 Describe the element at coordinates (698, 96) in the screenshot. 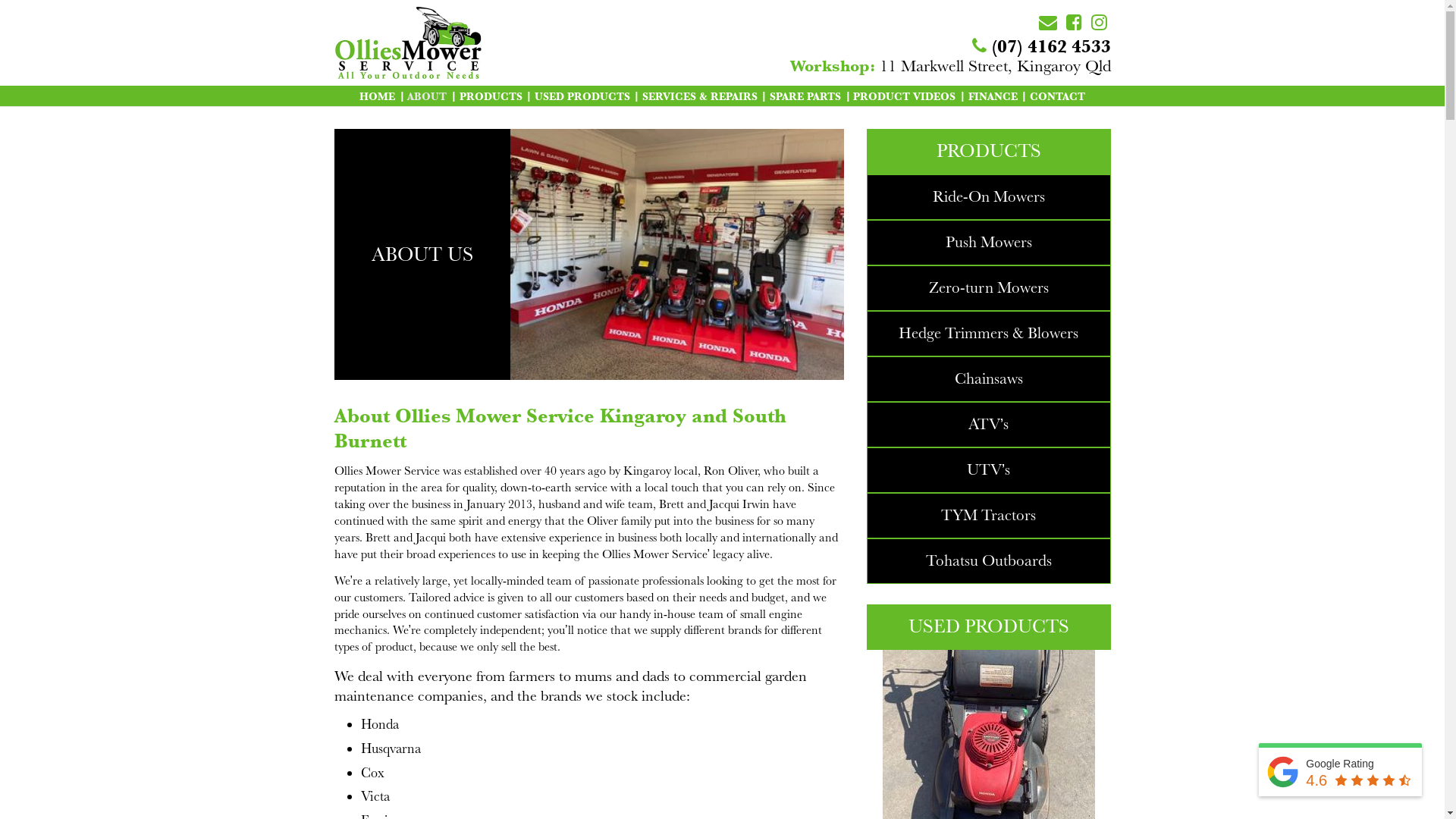

I see `'SERVICES & REPAIRS'` at that location.